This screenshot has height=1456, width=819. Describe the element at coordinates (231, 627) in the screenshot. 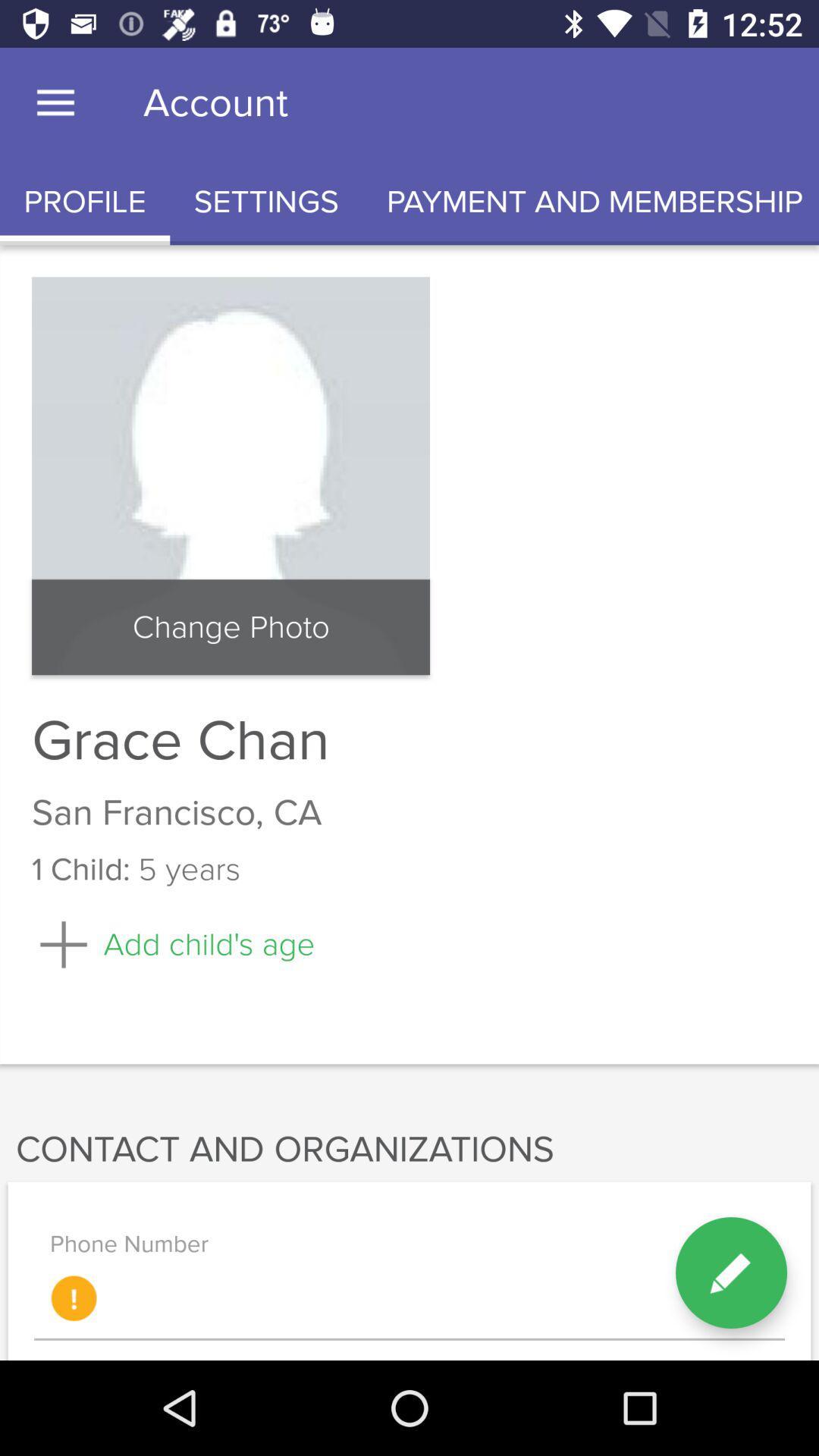

I see `item above grace chan` at that location.